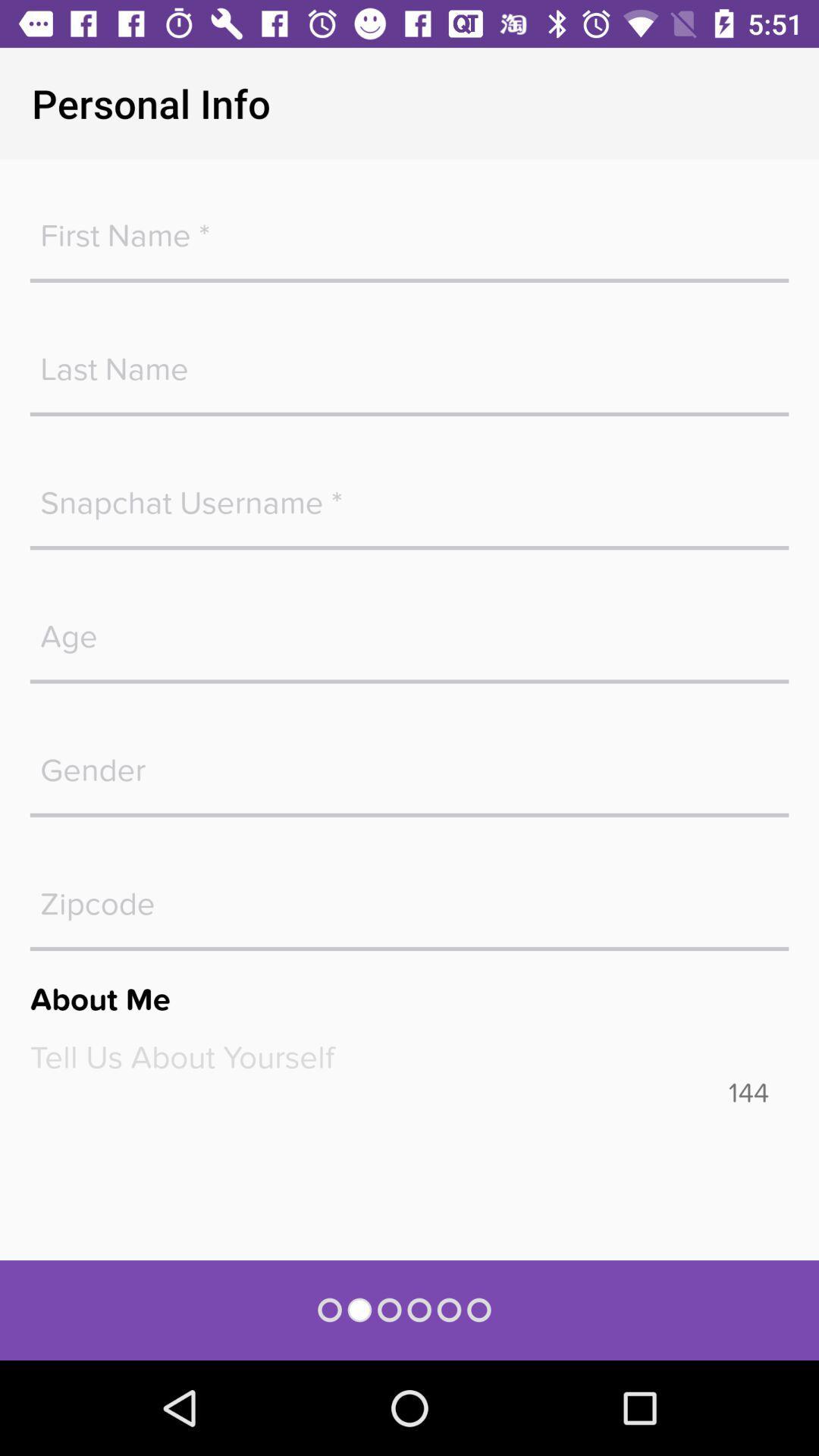  I want to click on fill in the zipcode, so click(409, 896).